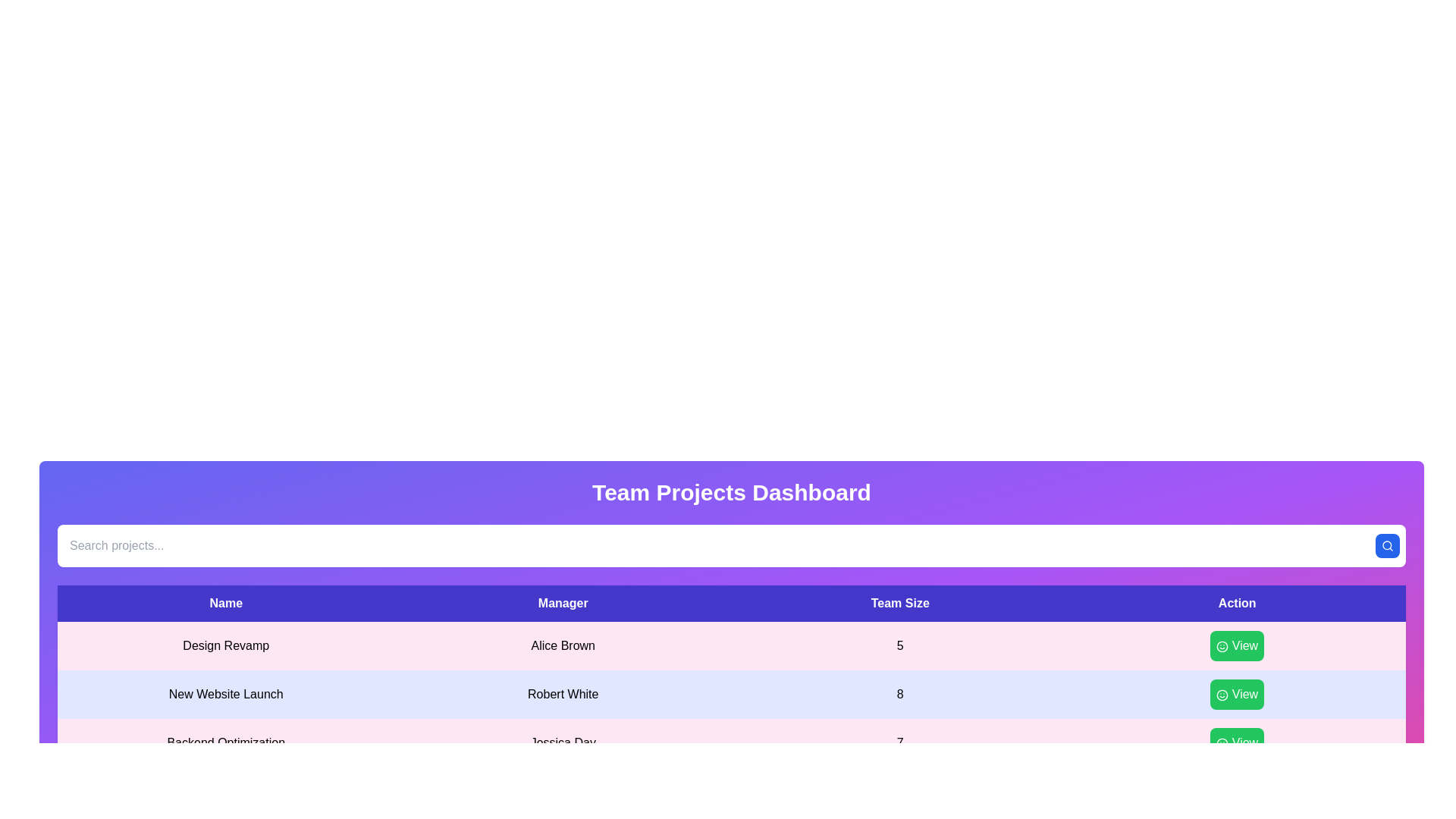 The width and height of the screenshot is (1456, 819). I want to click on the decorative icon located to the left of the 'View' button in the 'Action' column of the 'Backend Optimization' row, so click(1222, 742).